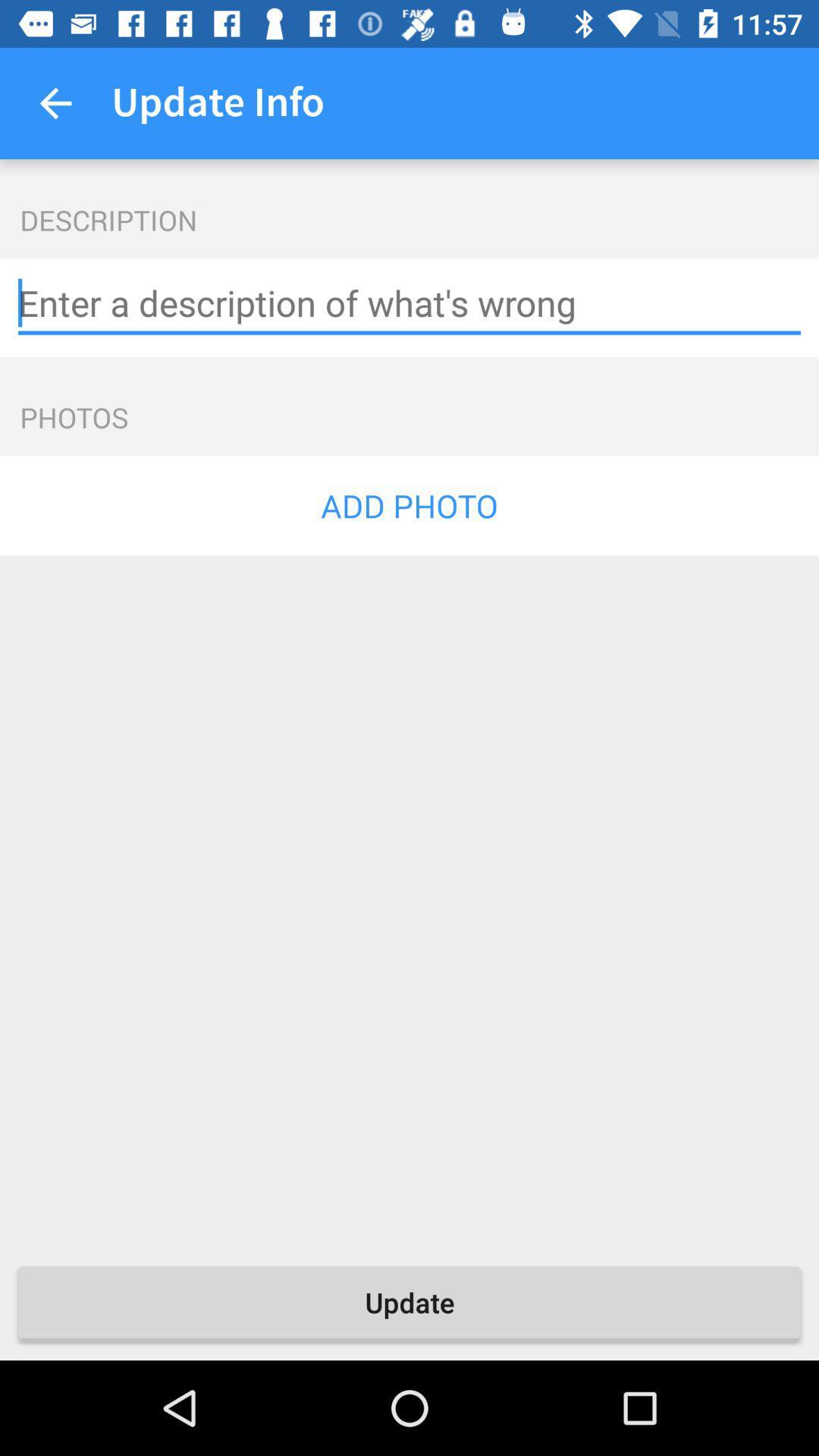 This screenshot has height=1456, width=819. Describe the element at coordinates (55, 102) in the screenshot. I see `icon next to update info item` at that location.